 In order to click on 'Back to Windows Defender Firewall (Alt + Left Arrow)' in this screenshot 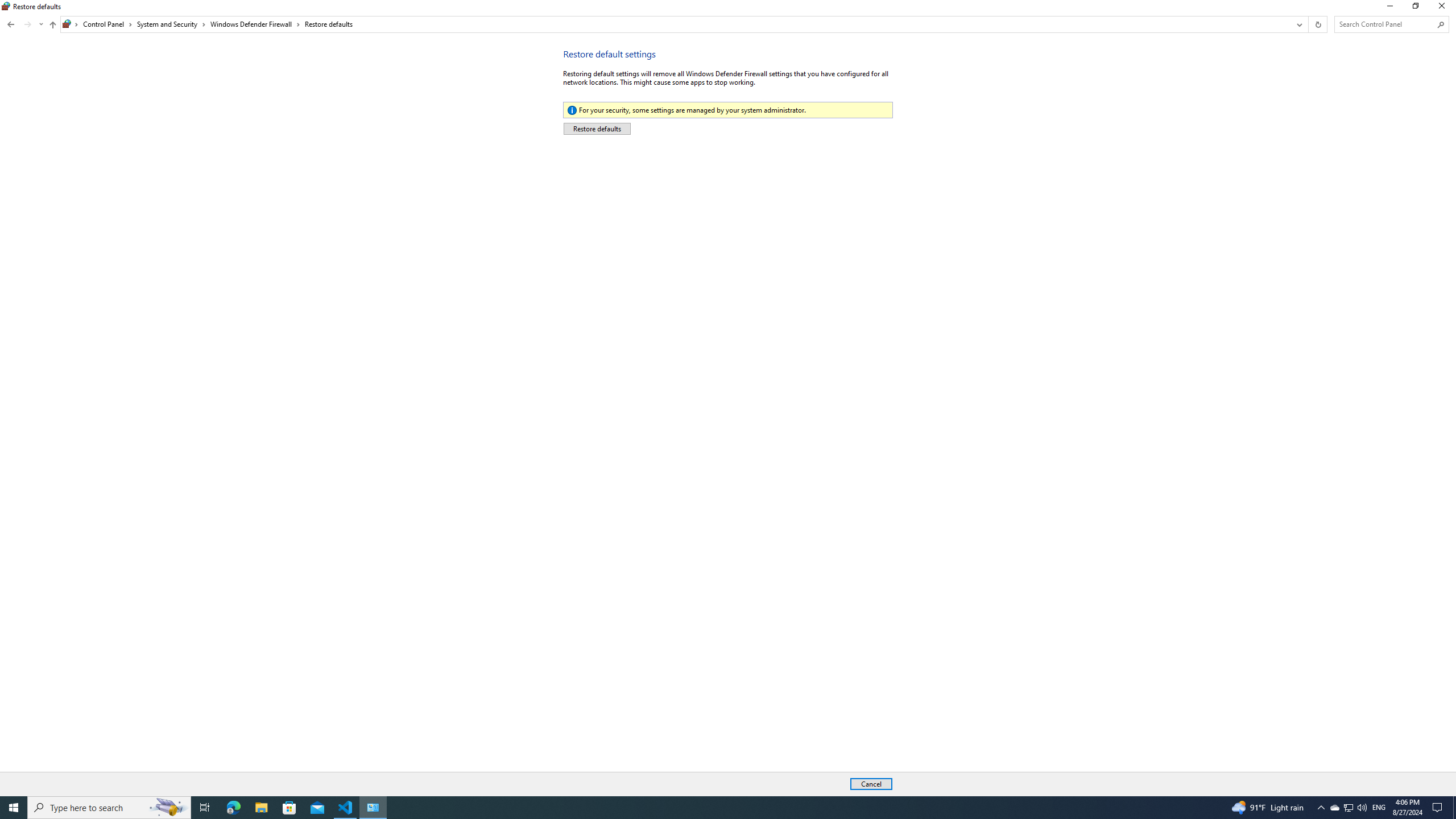, I will do `click(11, 24)`.